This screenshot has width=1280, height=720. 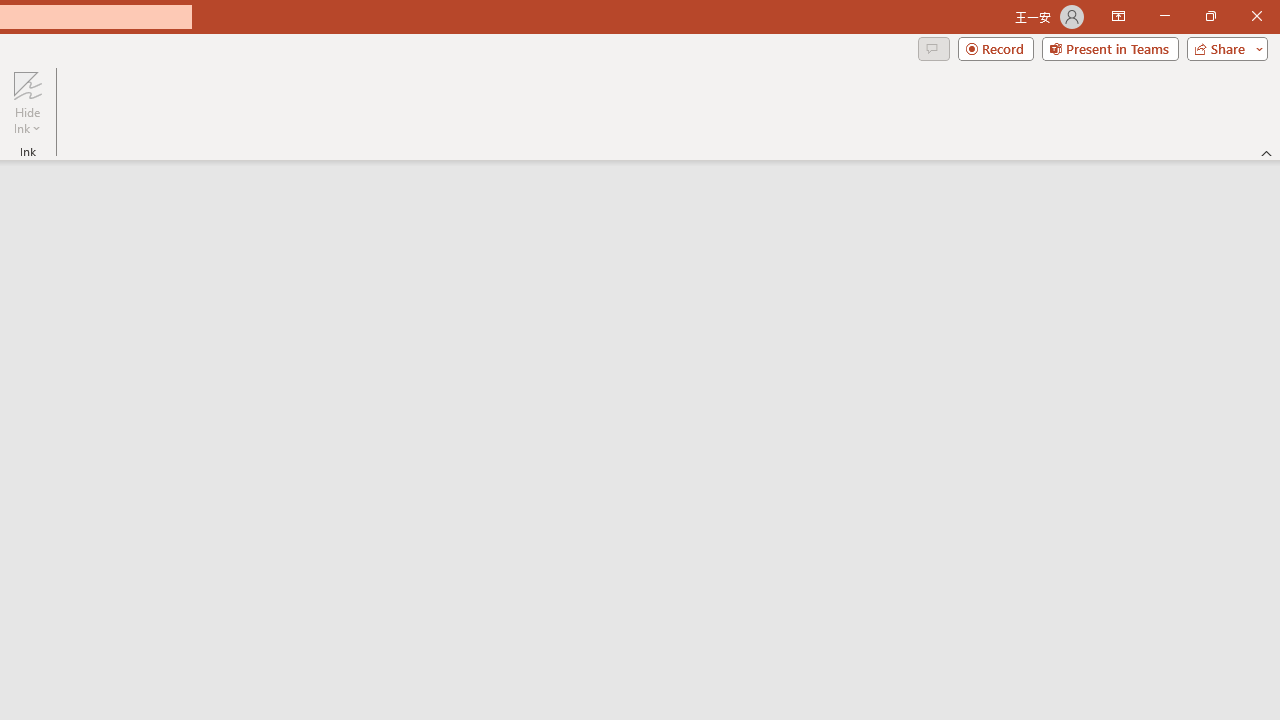 What do you see at coordinates (1209, 16) in the screenshot?
I see `'Restore Down'` at bounding box center [1209, 16].